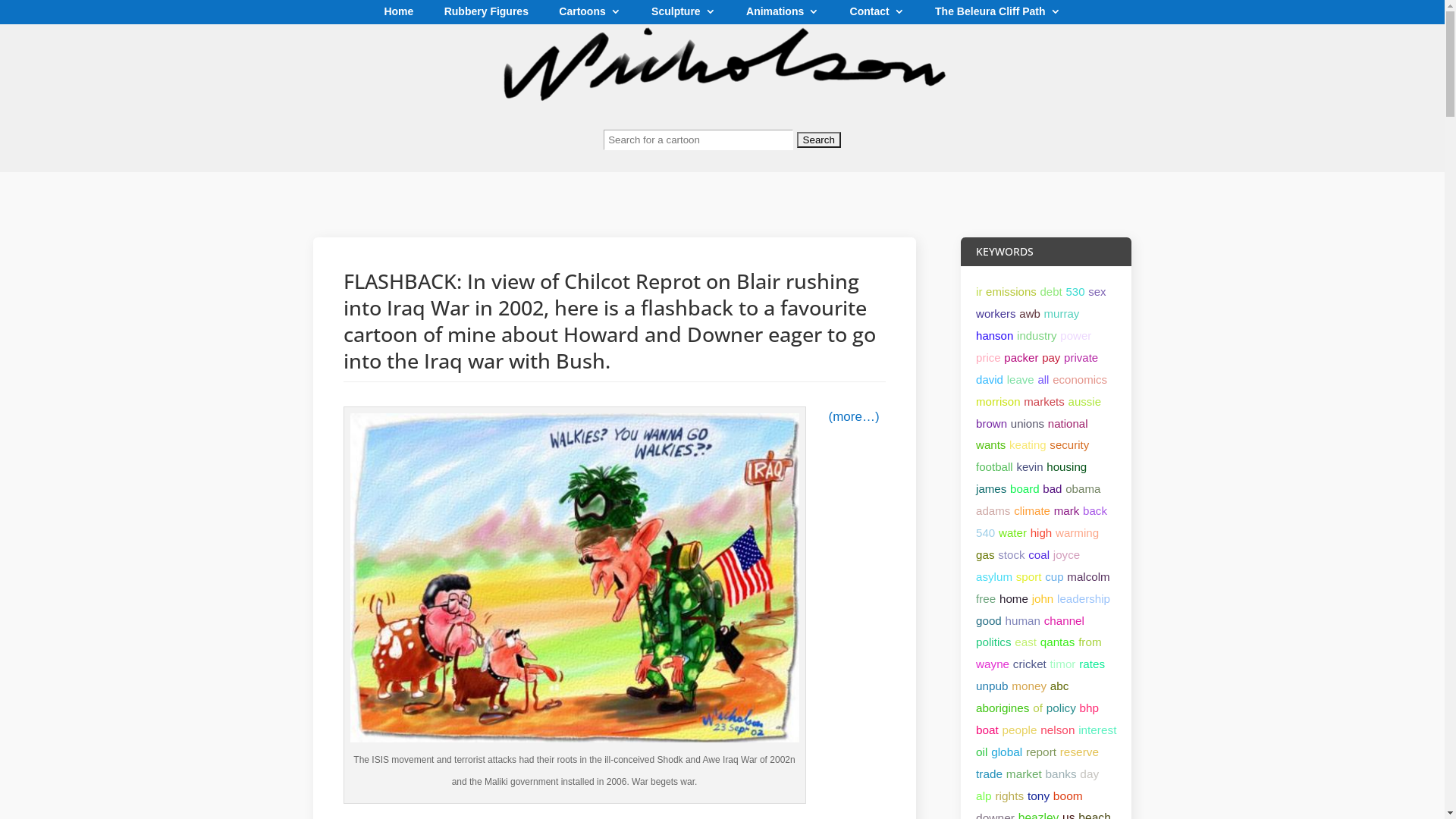 The height and width of the screenshot is (819, 1456). Describe the element at coordinates (991, 423) in the screenshot. I see `'brown'` at that location.